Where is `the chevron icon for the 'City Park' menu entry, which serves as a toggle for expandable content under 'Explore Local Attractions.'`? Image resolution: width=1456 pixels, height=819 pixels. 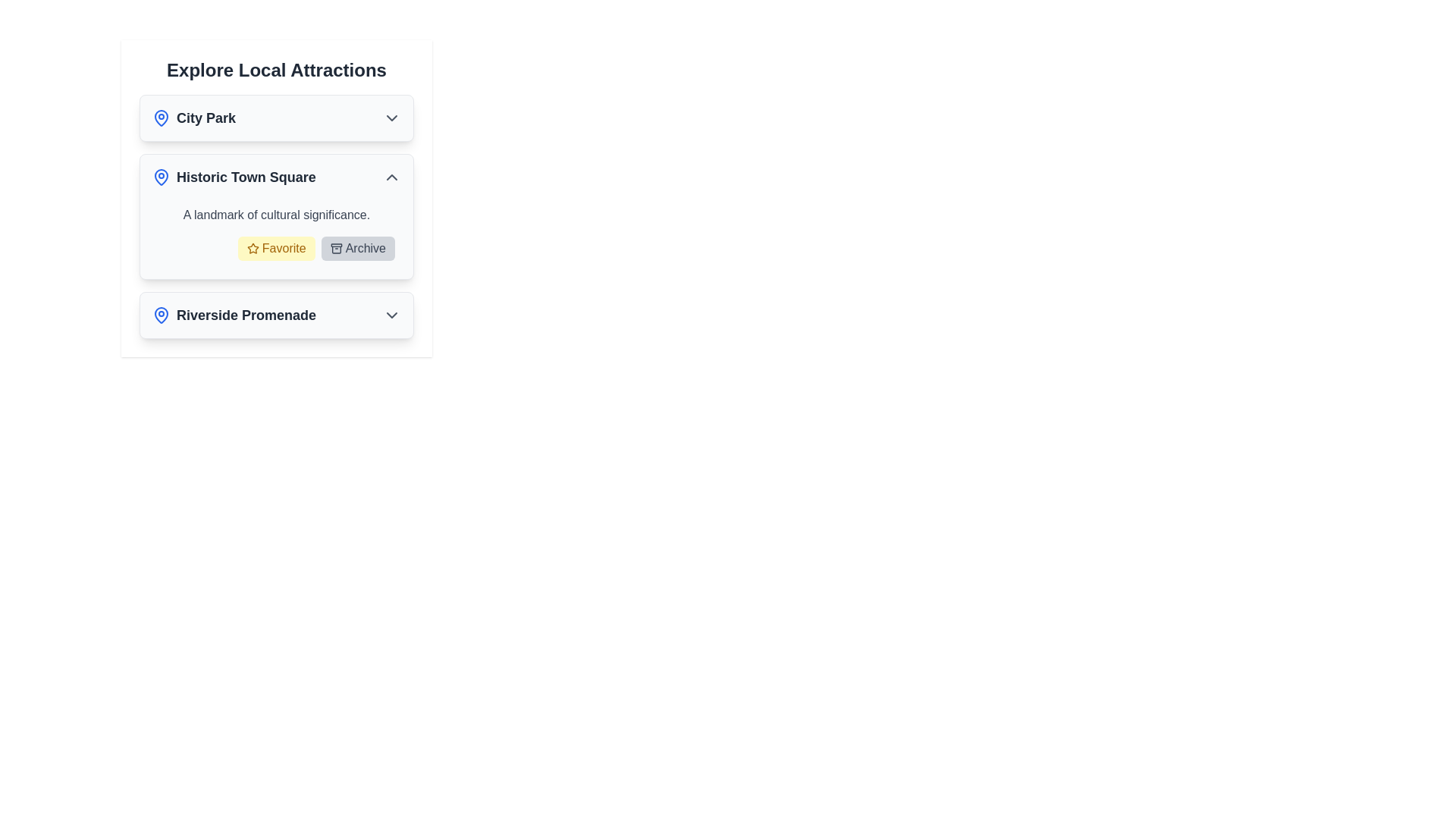 the chevron icon for the 'City Park' menu entry, which serves as a toggle for expandable content under 'Explore Local Attractions.' is located at coordinates (392, 117).